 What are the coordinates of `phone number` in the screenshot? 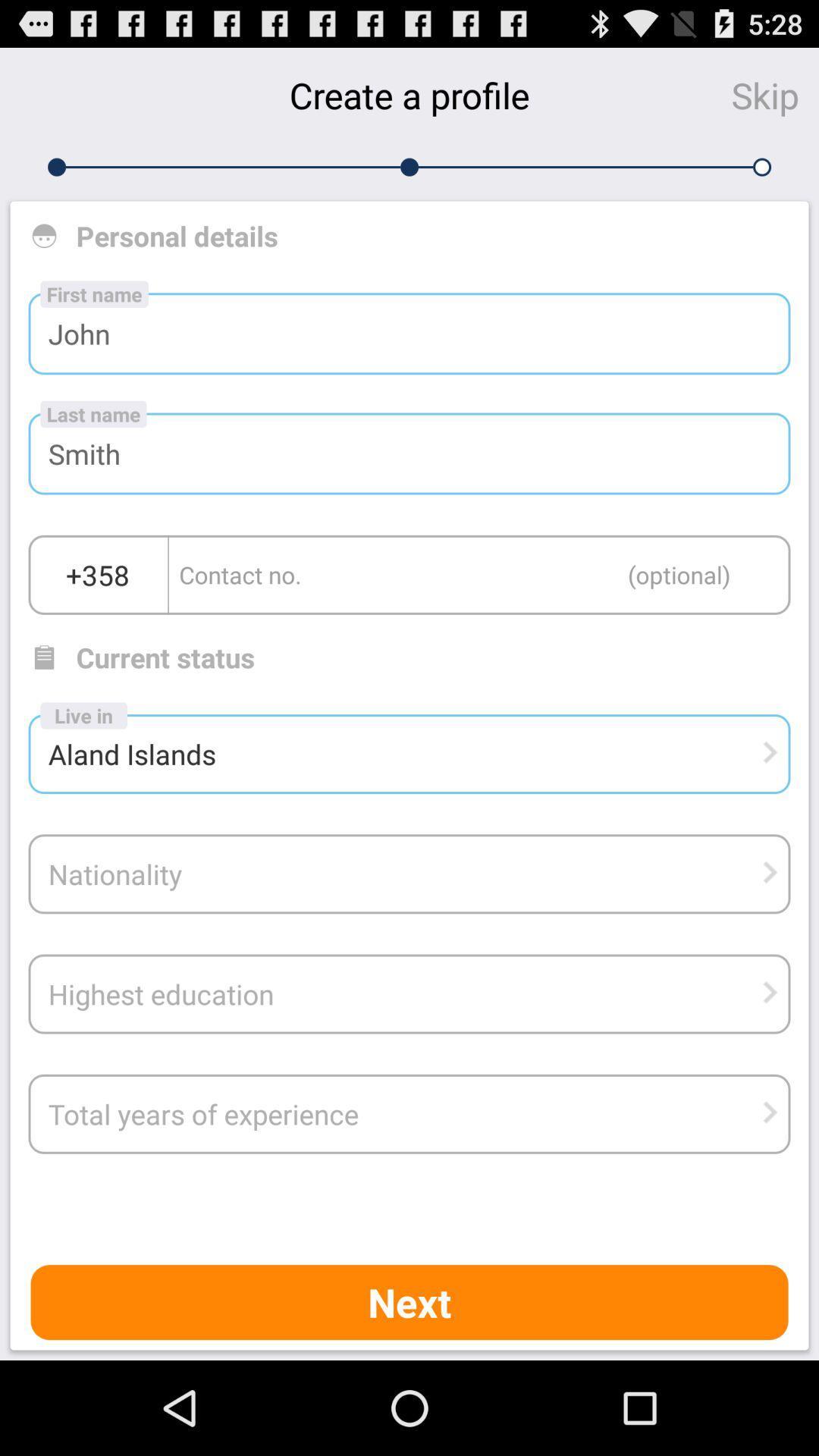 It's located at (479, 574).